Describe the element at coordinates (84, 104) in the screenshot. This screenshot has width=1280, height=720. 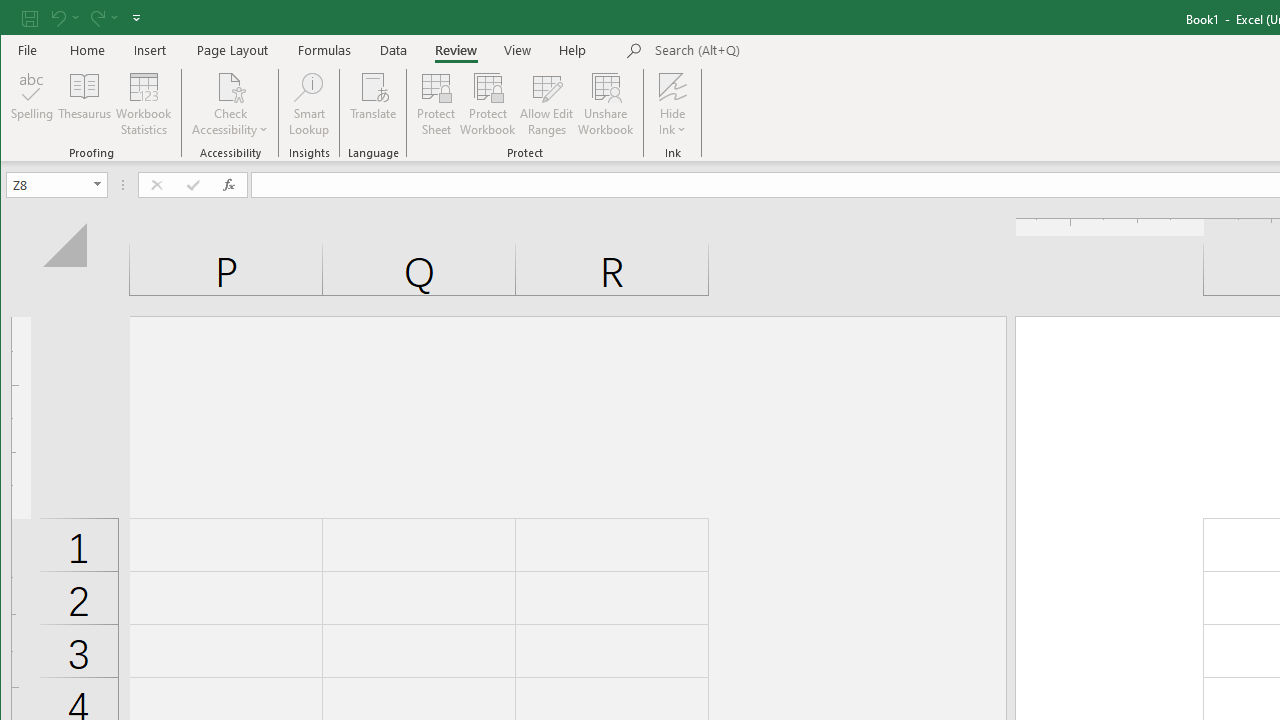
I see `'Thesaurus...'` at that location.